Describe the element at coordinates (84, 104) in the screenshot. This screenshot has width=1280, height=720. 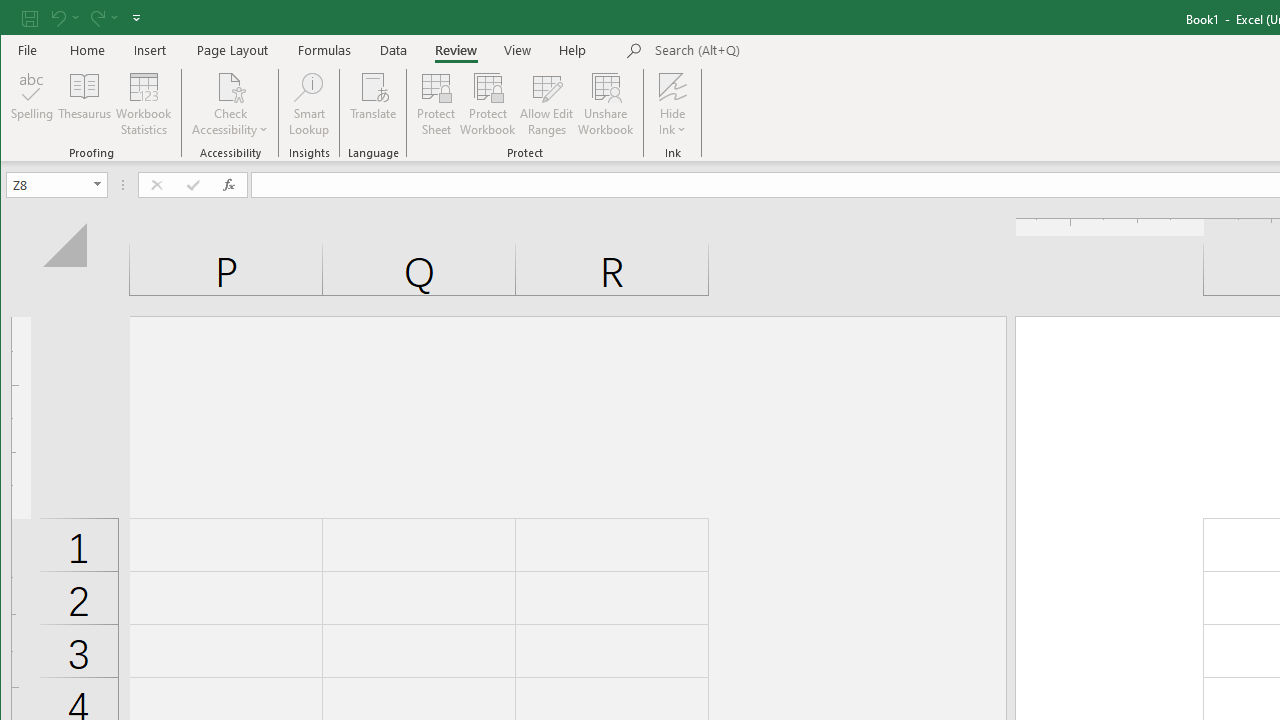
I see `'Thesaurus...'` at that location.